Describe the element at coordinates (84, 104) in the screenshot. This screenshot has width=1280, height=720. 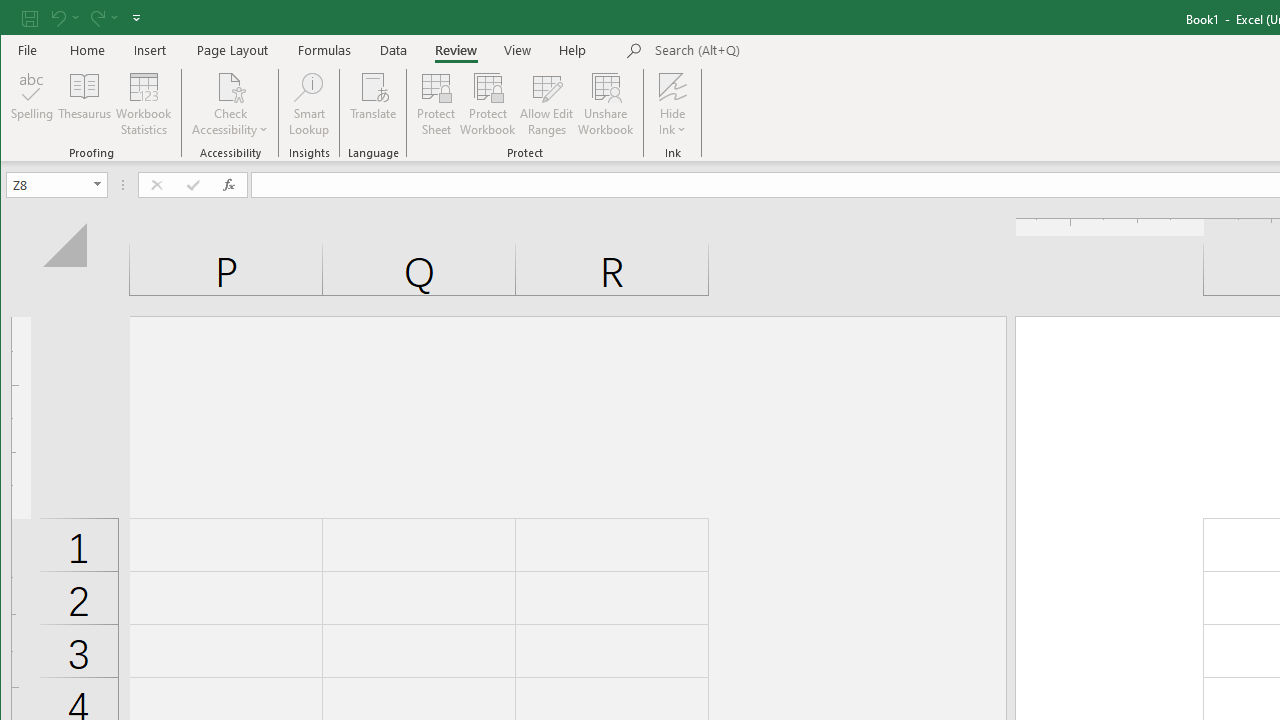
I see `'Thesaurus...'` at that location.